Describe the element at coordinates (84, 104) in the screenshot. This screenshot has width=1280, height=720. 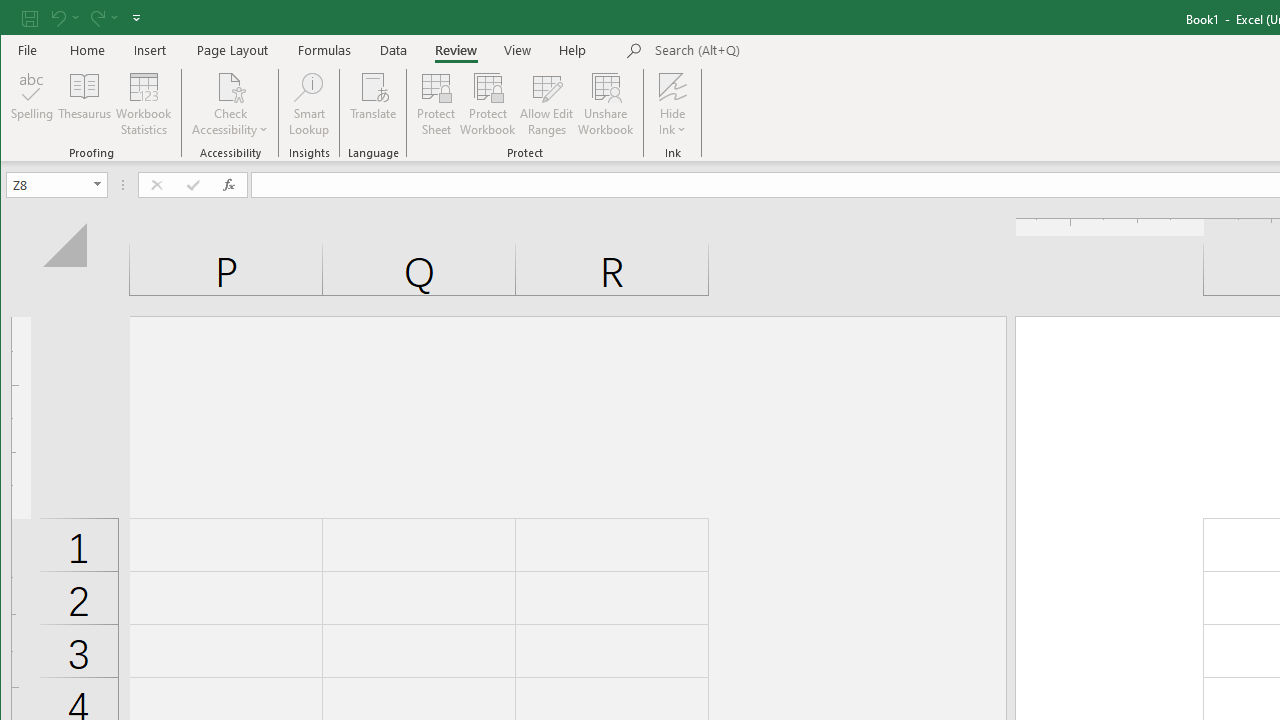
I see `'Thesaurus...'` at that location.